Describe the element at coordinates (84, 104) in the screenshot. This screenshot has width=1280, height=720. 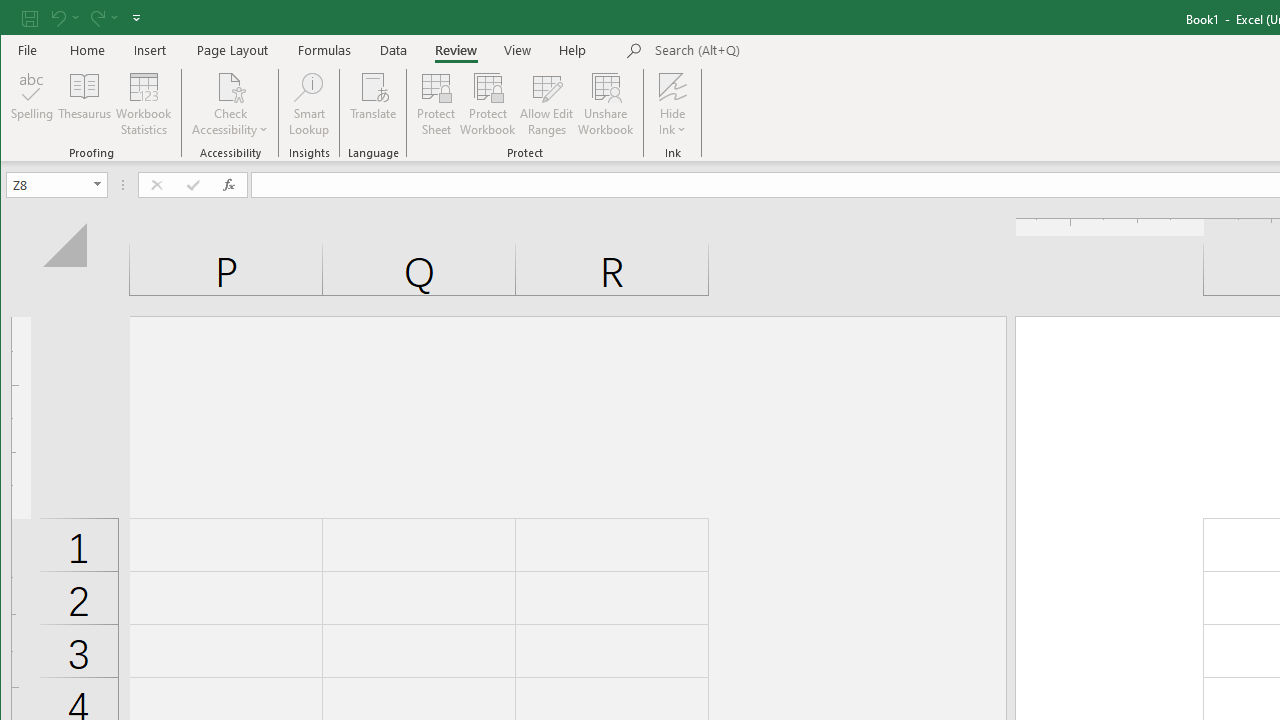
I see `'Thesaurus...'` at that location.